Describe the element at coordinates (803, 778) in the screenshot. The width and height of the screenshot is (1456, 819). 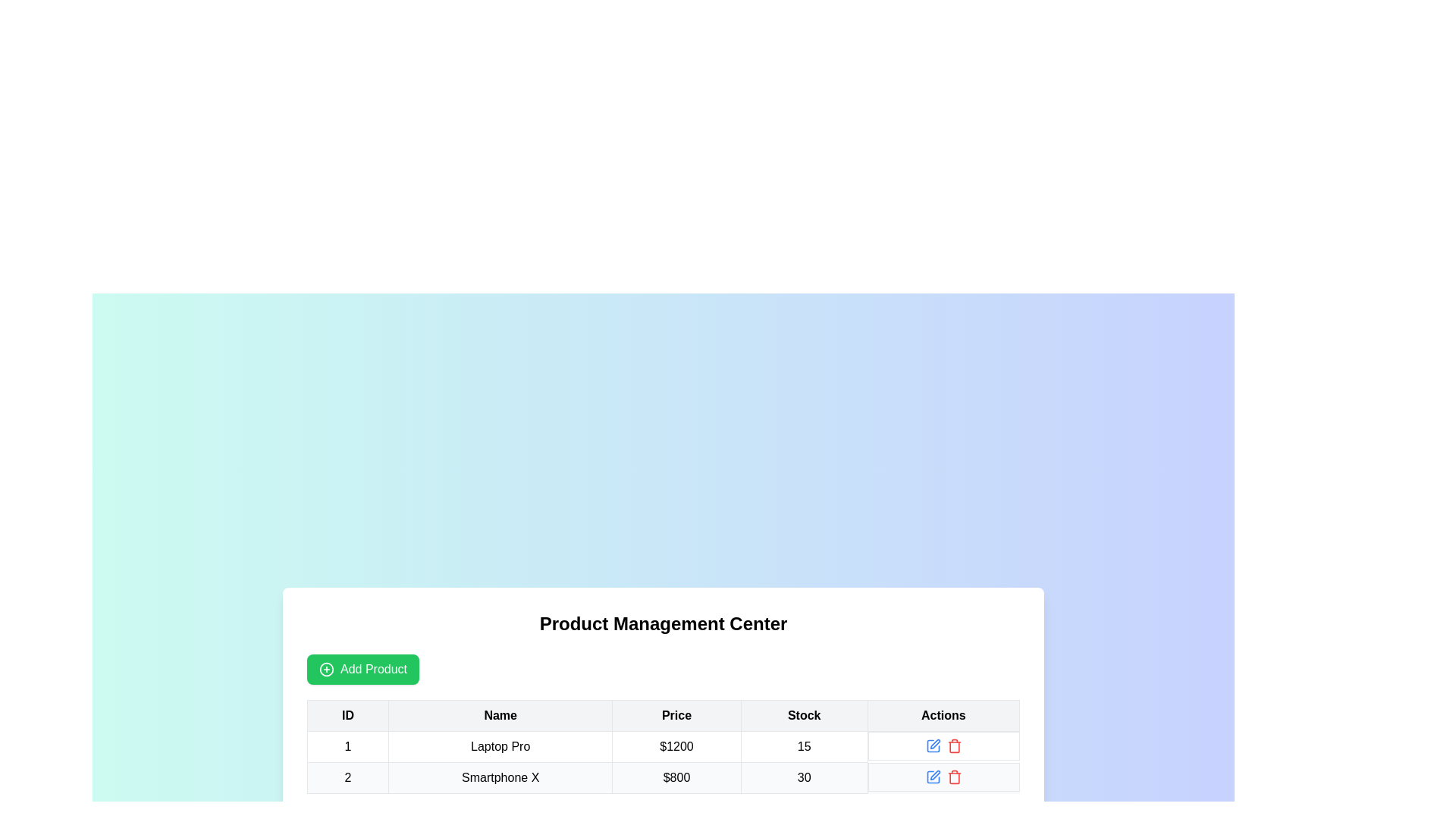
I see `the static text displaying the stock quantity for 'Smartphone X' in the fourth cell of the second row of the table labeled 'Stock'` at that location.